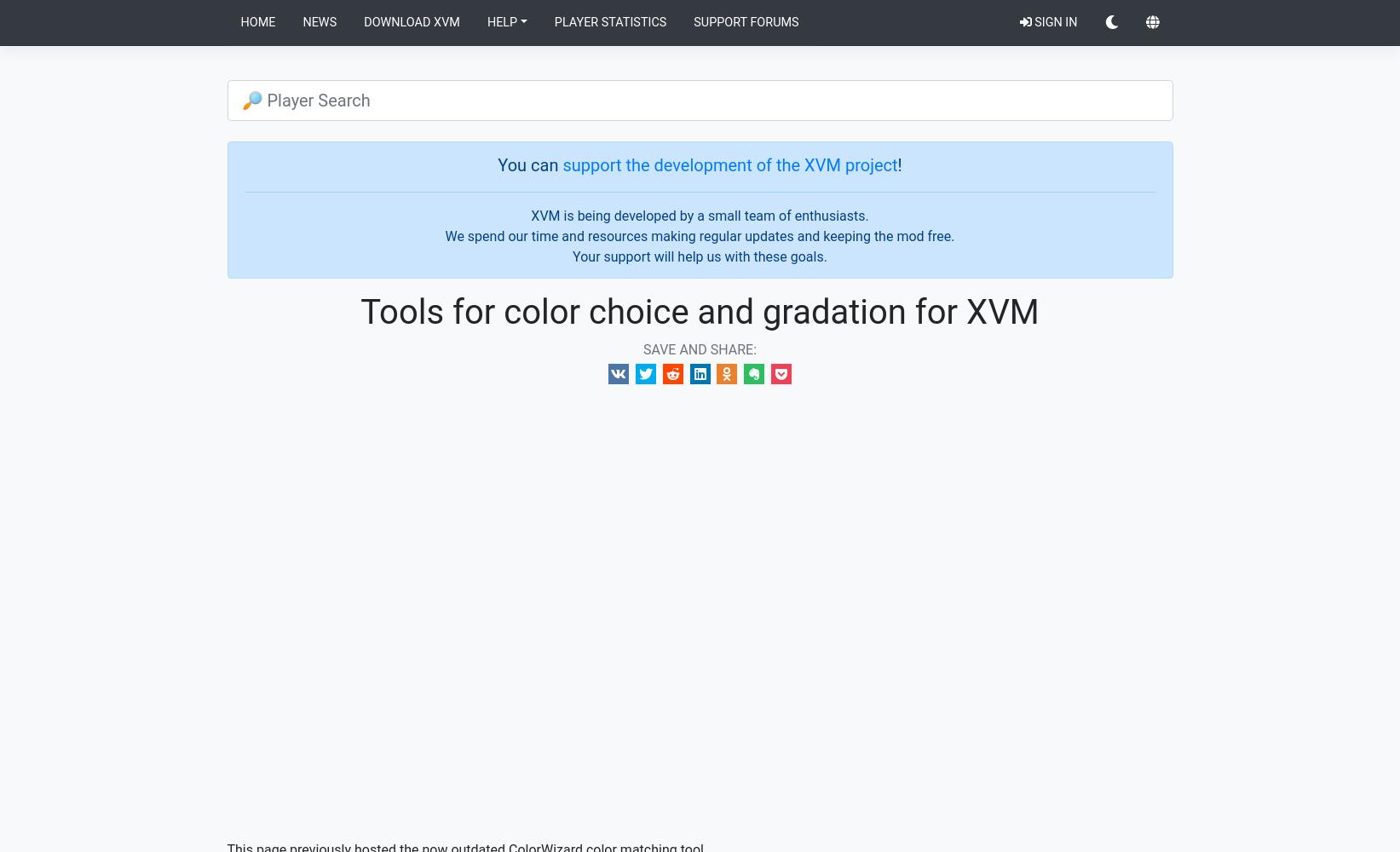  I want to click on 'You can', so click(530, 164).